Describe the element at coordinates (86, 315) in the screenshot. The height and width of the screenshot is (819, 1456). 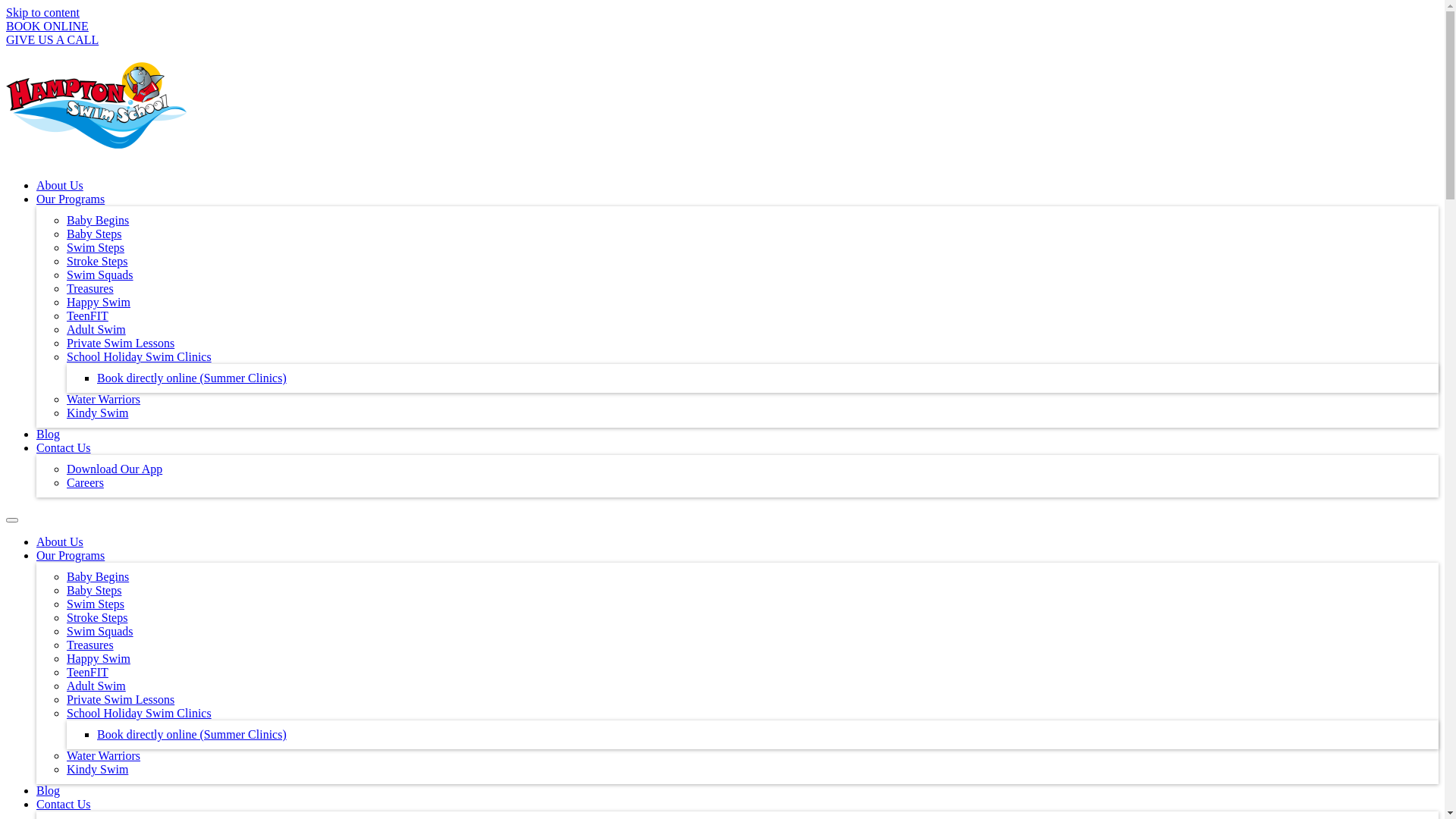
I see `'TeenFIT'` at that location.